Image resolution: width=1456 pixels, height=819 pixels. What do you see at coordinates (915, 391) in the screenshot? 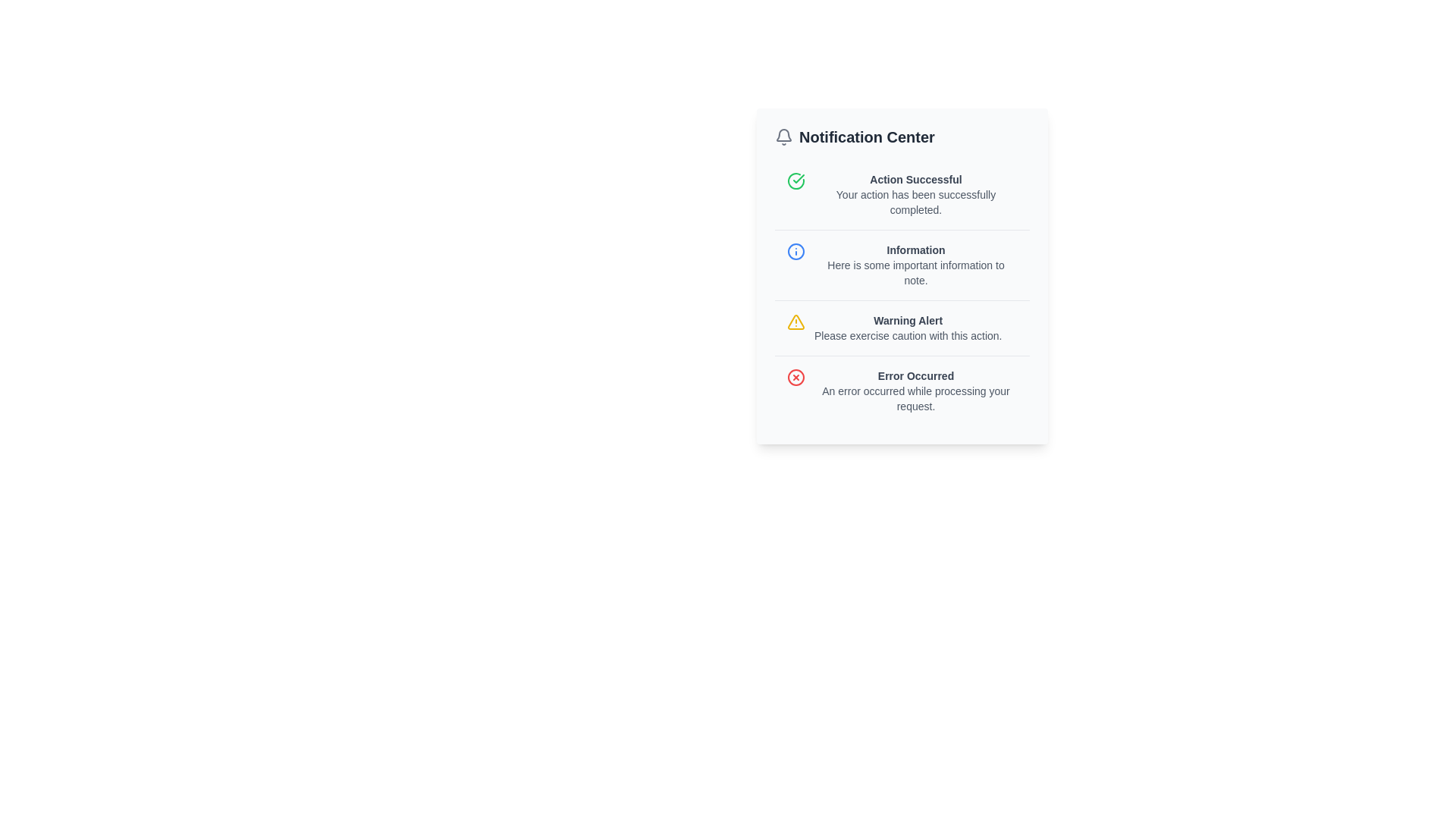
I see `text block displaying the message 'Error Occurred' within the fourth notification entry in the 'Notification Center' interface, which includes a bold title and an explanatory text` at bounding box center [915, 391].